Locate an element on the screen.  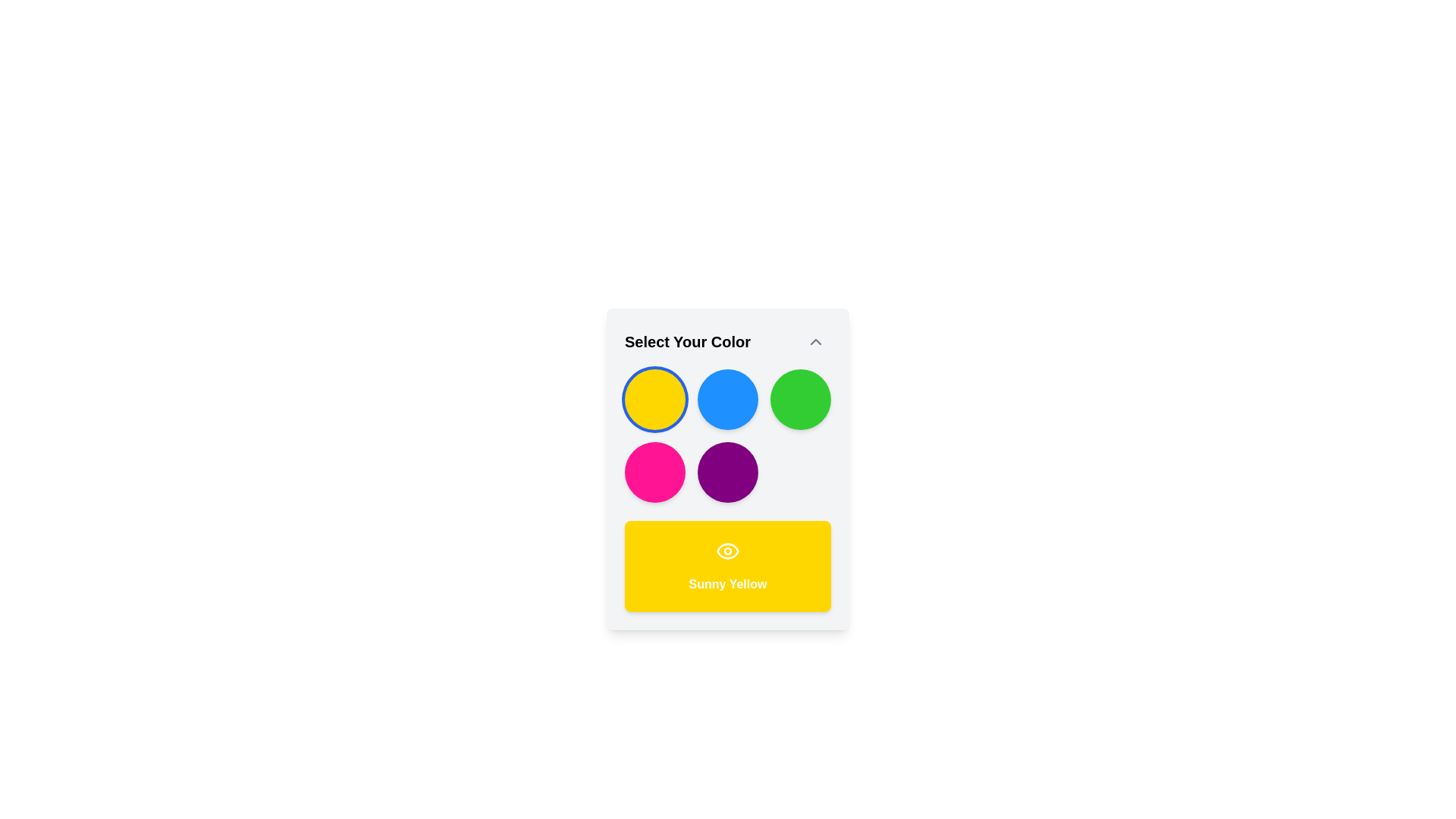
the icon element located at the top-right corner of the card adjacent to the title 'Select Your Color' is located at coordinates (814, 342).